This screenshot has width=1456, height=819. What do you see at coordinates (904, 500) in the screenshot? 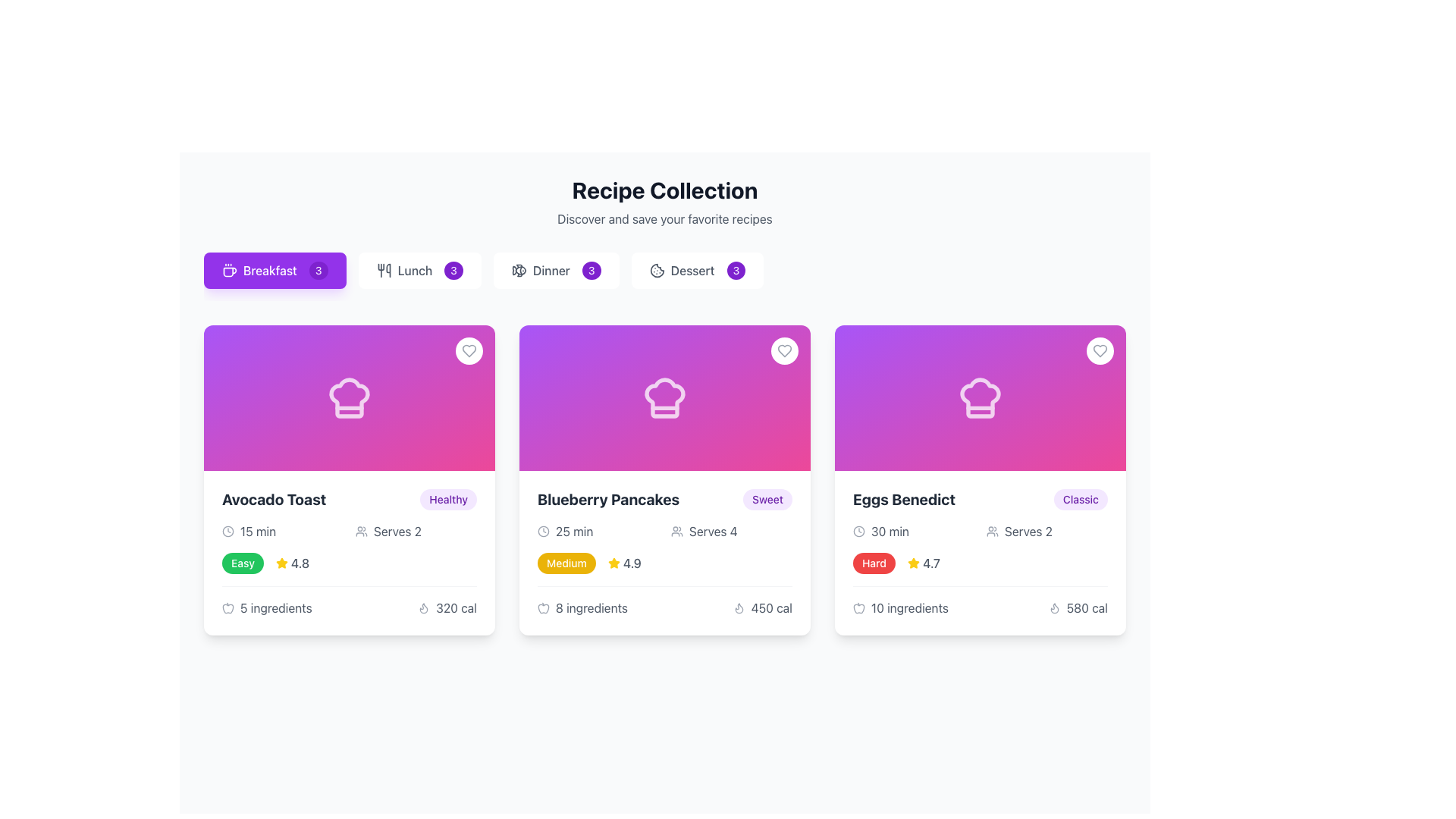
I see `the 'Eggs Benedict' text label displayed in bold, extra-large gray font, located in the middle-right card of the grid layout` at bounding box center [904, 500].